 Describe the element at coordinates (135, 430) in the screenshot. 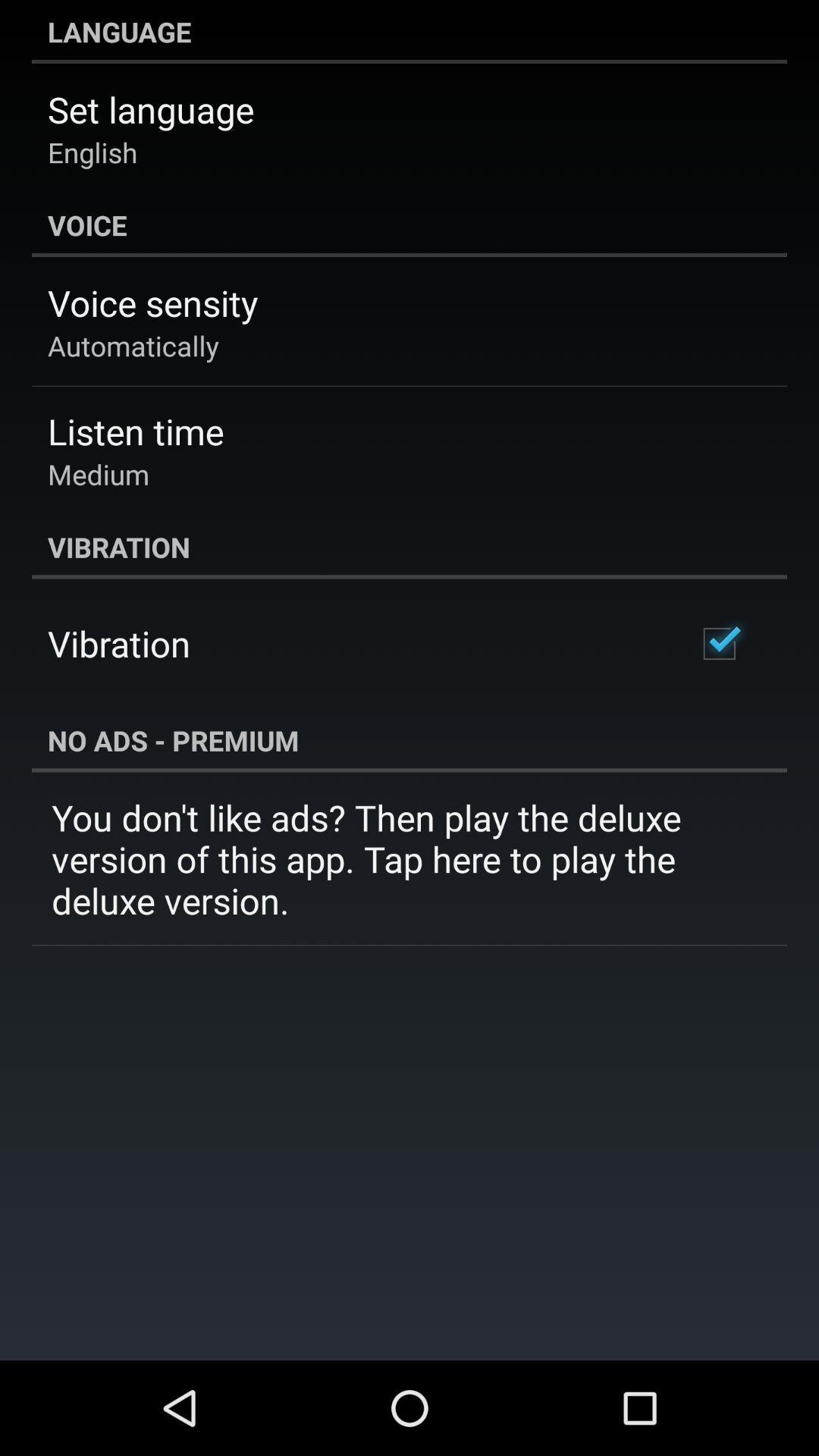

I see `icon above medium icon` at that location.